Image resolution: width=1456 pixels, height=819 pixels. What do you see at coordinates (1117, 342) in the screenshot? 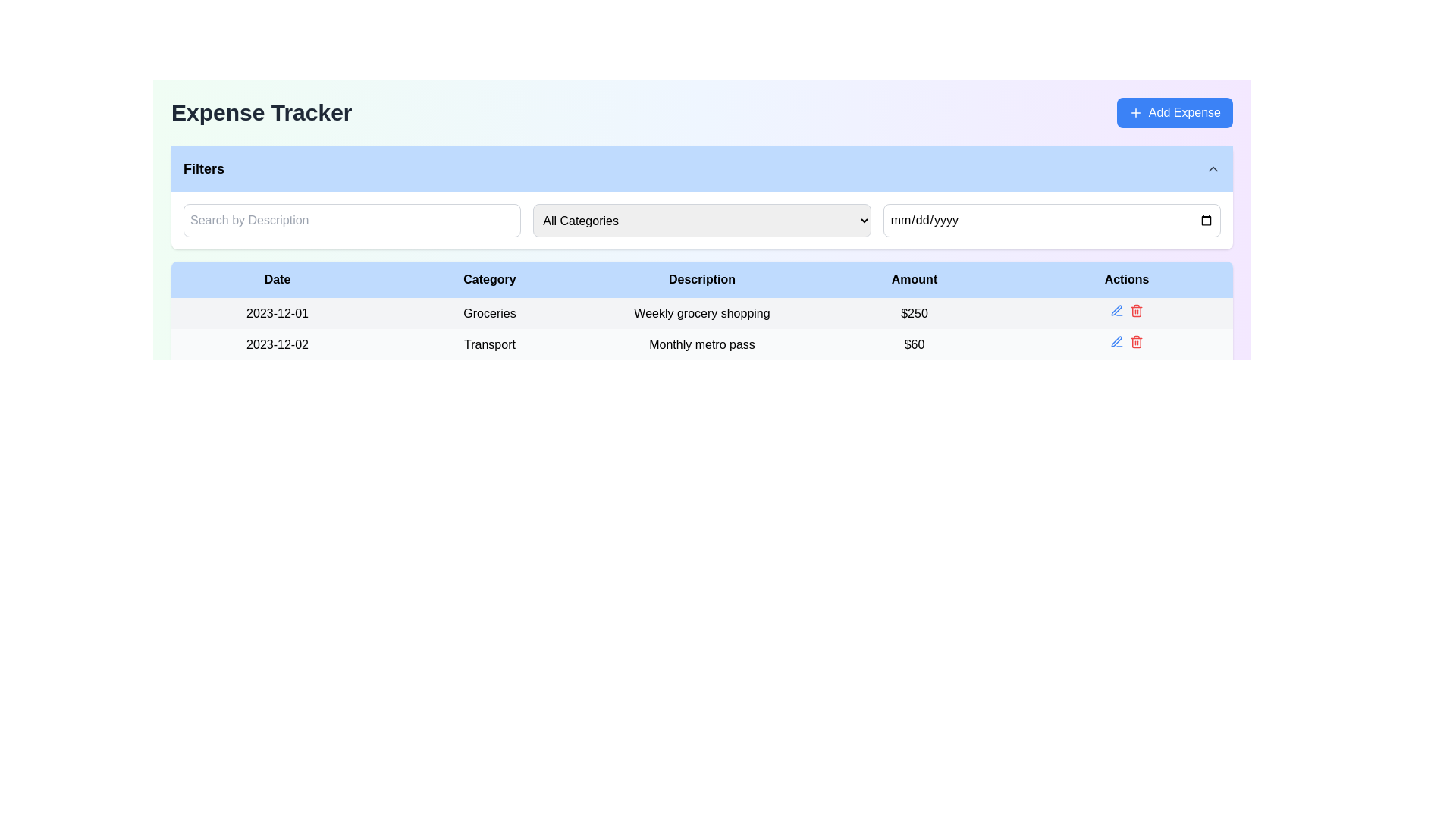
I see `the icon button located in the 'Actions' column of the second row in the table` at bounding box center [1117, 342].